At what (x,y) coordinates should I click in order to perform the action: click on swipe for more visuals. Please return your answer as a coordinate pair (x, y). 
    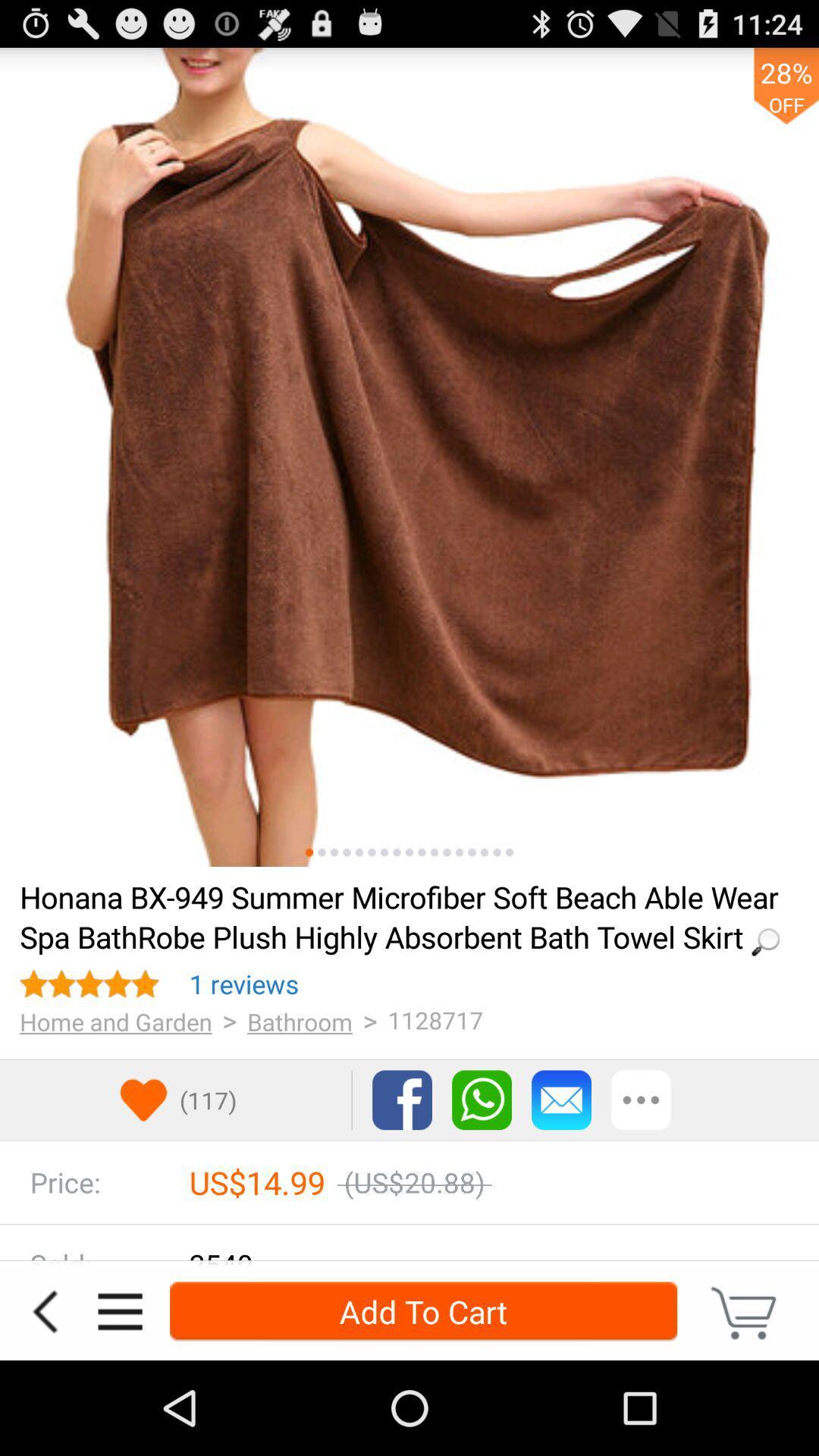
    Looking at the image, I should click on (372, 852).